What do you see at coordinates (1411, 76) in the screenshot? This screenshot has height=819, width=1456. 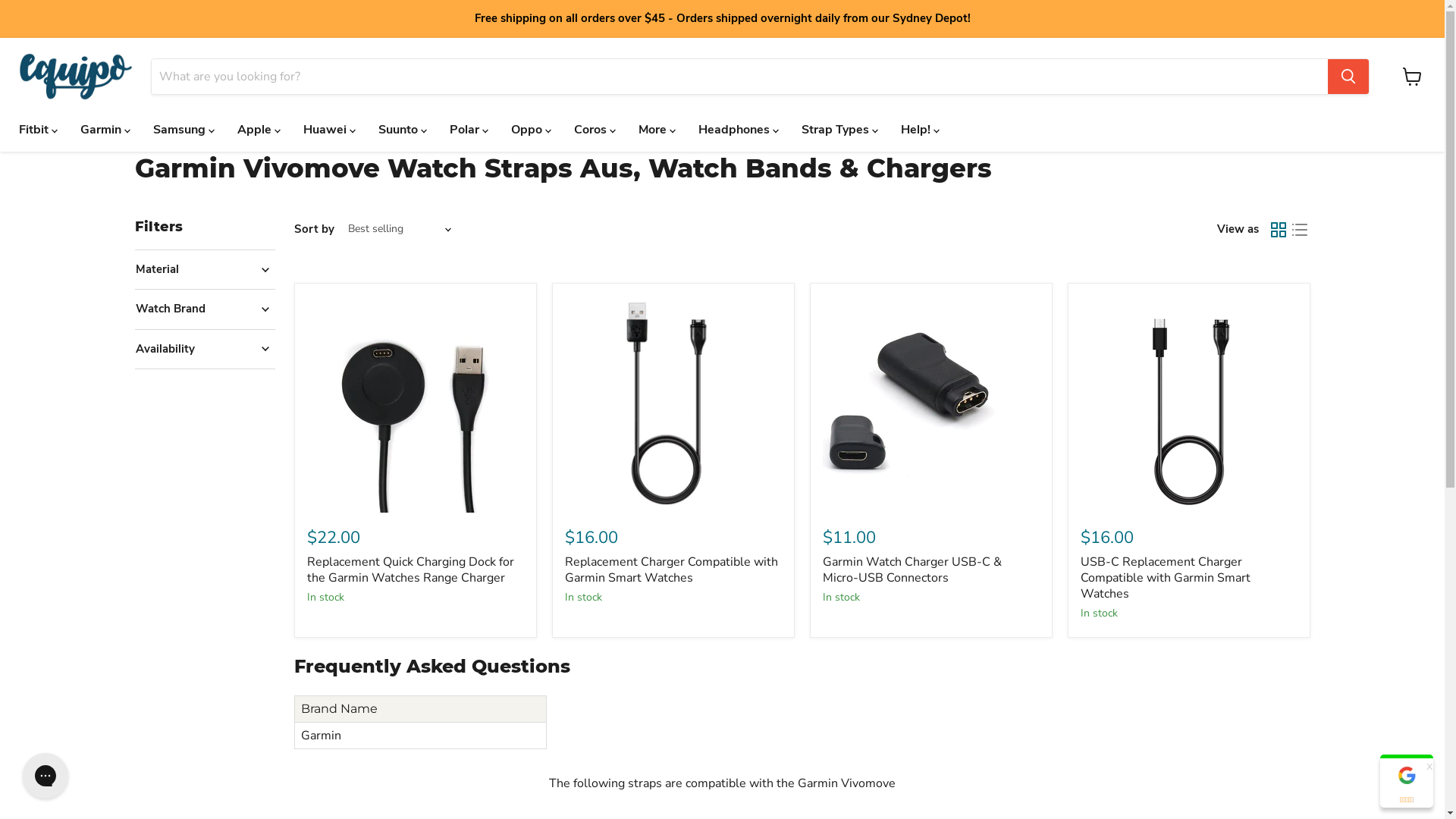 I see `'View cart'` at bounding box center [1411, 76].